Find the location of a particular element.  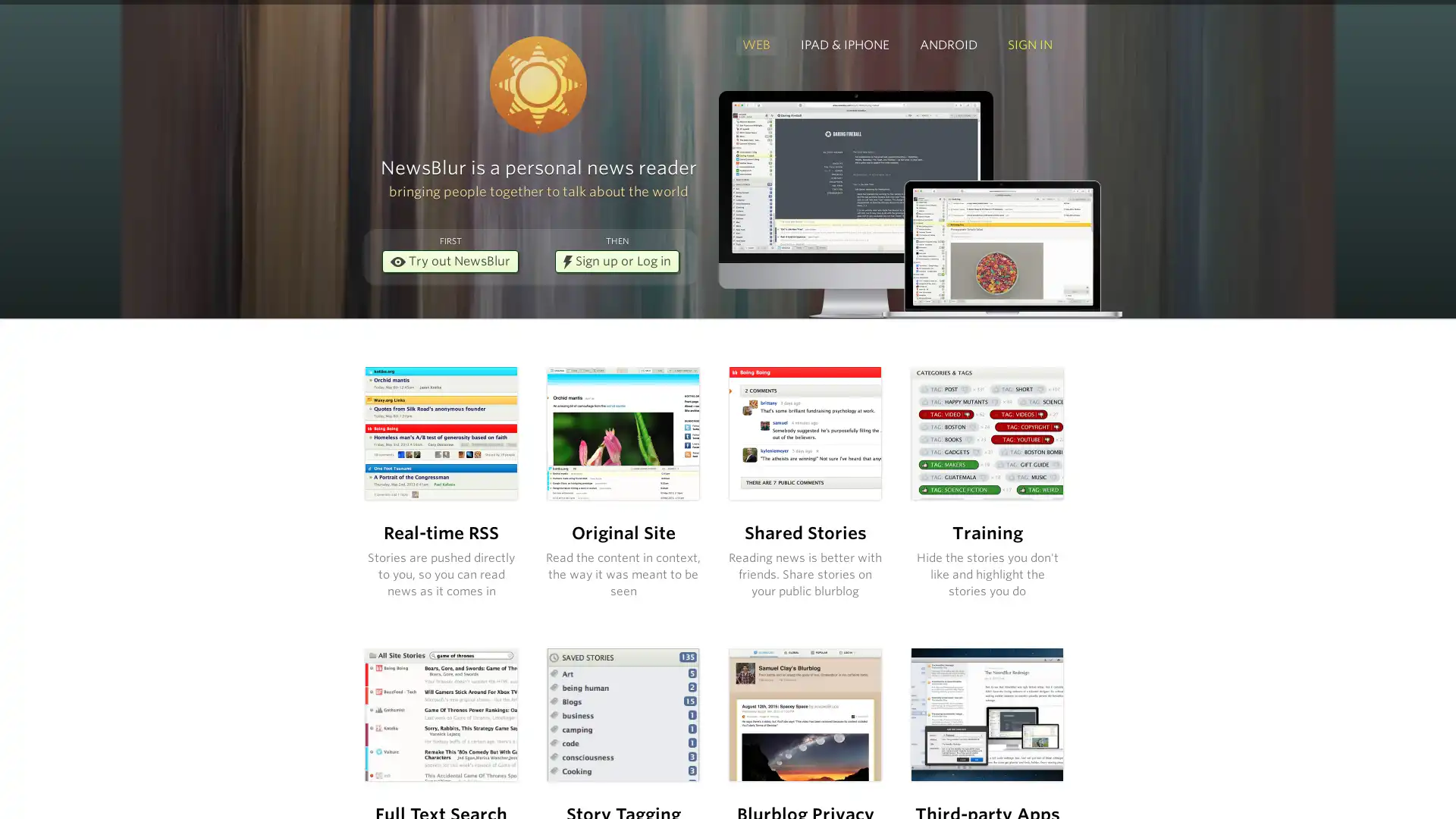

log in is located at coordinates (818, 513).